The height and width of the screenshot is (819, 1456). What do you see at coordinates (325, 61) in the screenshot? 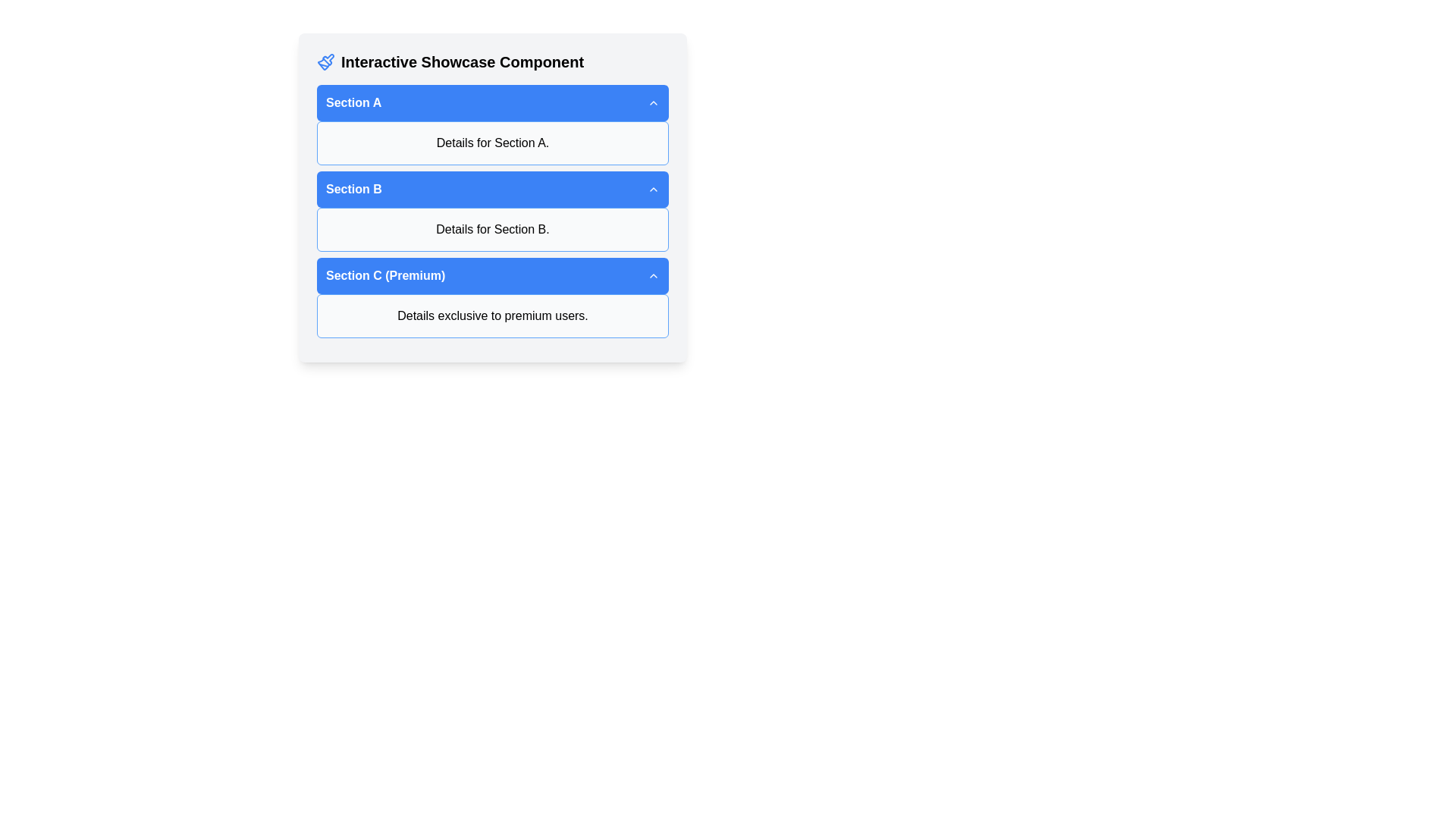
I see `the blue-colored paintbrush icon, which is positioned to the left of the text 'Interactive Showcase Component'` at bounding box center [325, 61].